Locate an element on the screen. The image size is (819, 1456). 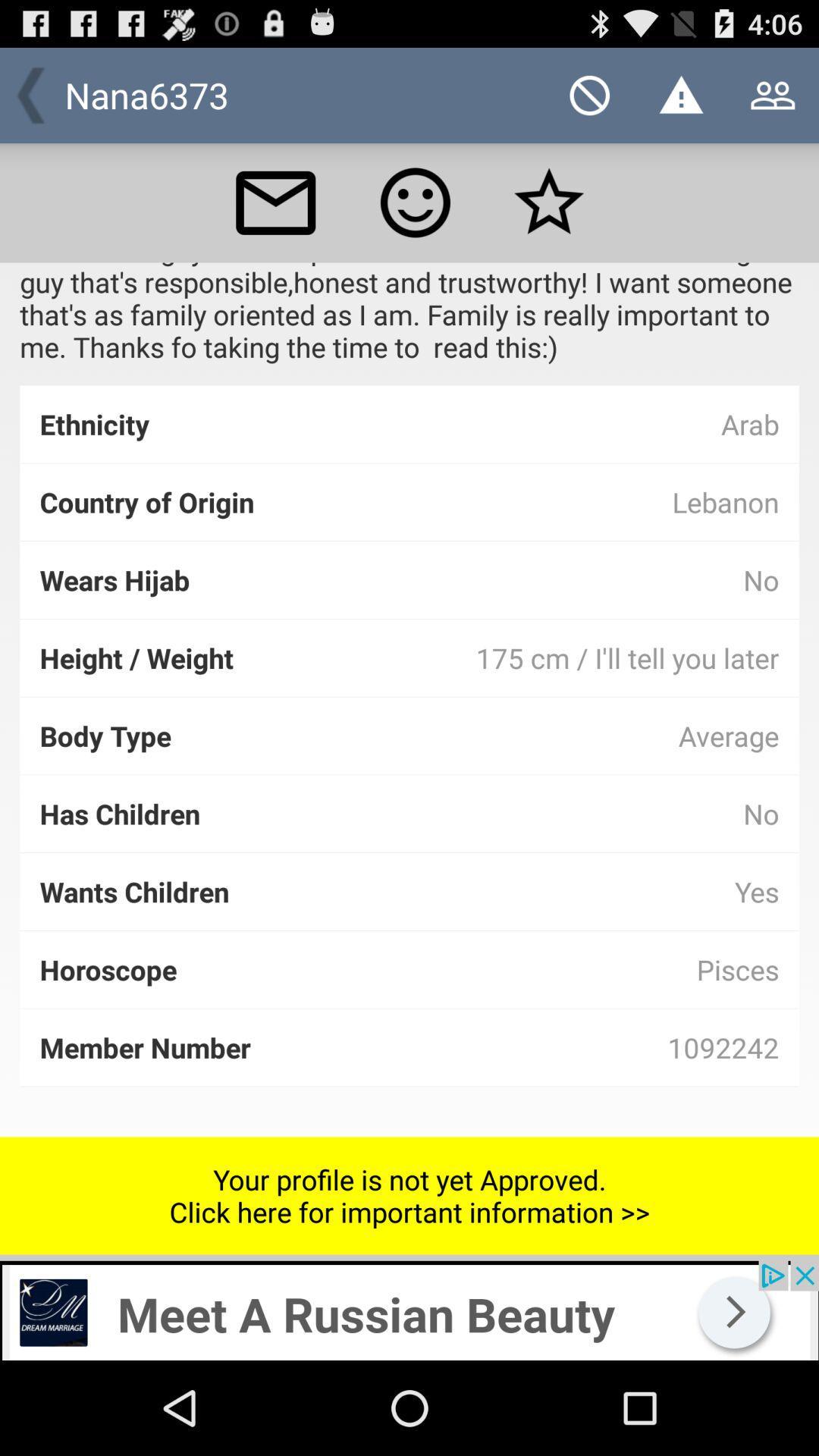
open advertisement is located at coordinates (409, 1310).